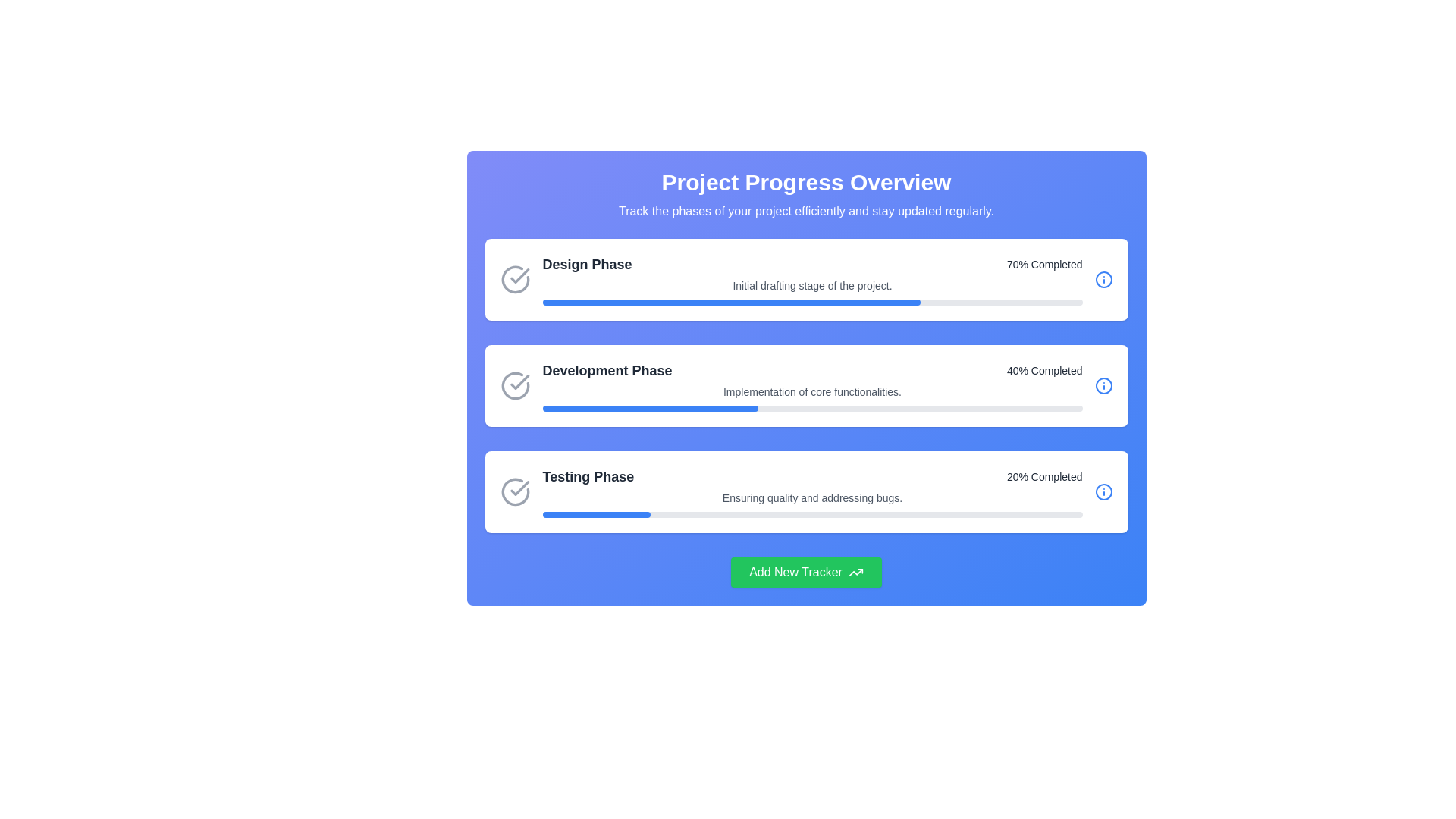  Describe the element at coordinates (811, 513) in the screenshot. I see `the progress bar located at the bottom of the 'Testing Phase' block, directly beneath the text 'Ensuring quality and addressing bugs.'` at that location.